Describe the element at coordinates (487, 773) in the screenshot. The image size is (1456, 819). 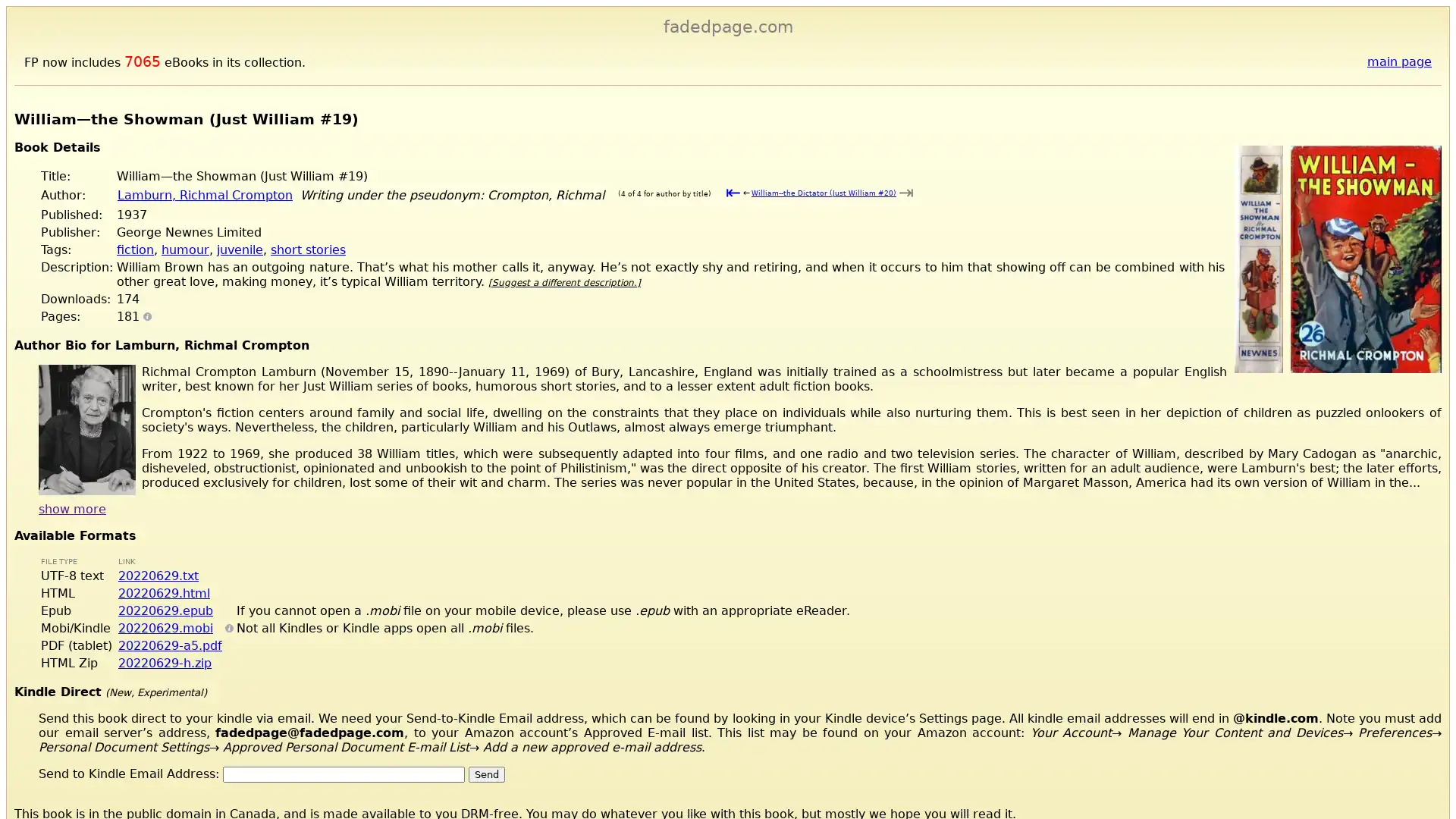
I see `Send` at that location.